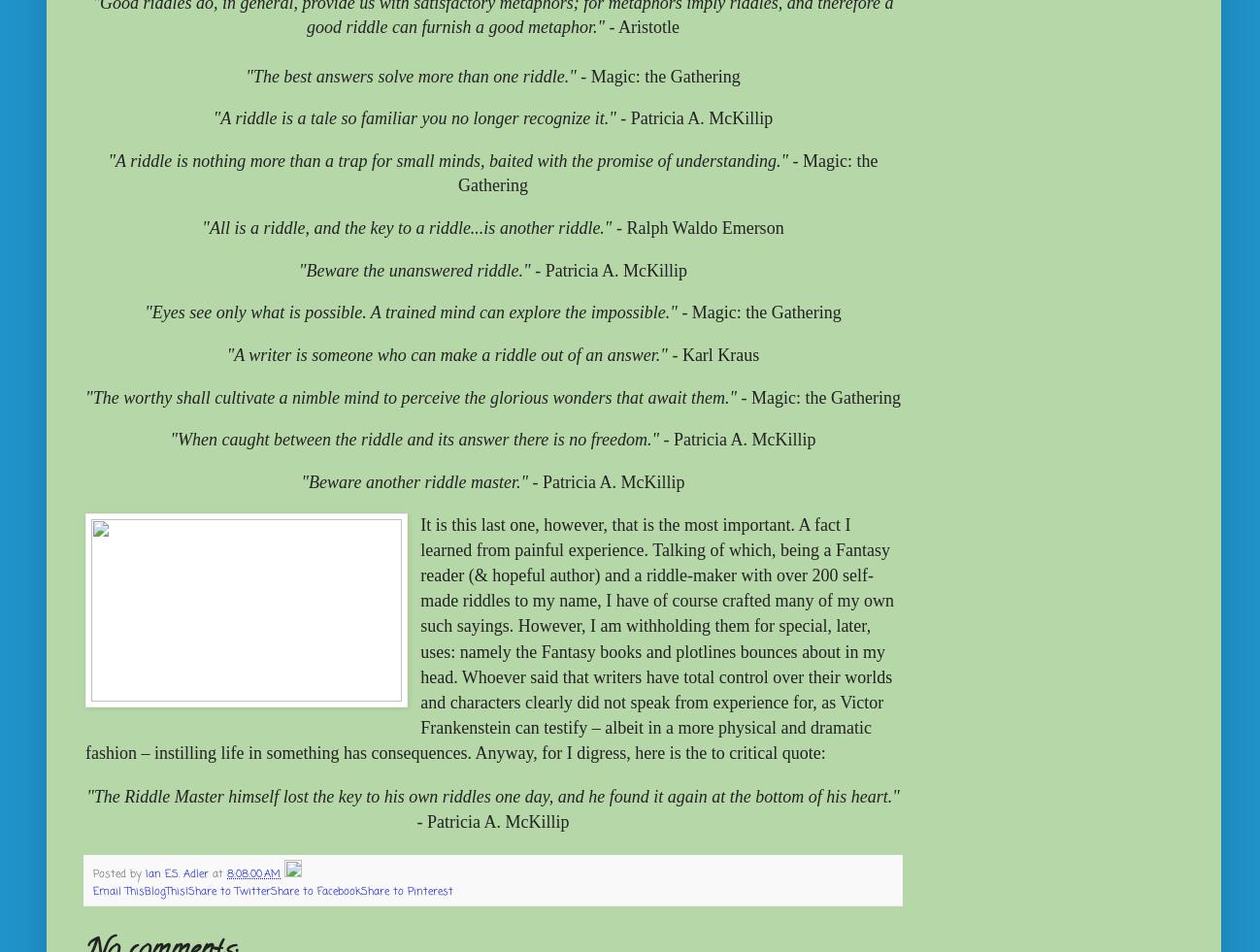  What do you see at coordinates (107, 159) in the screenshot?
I see `'"A riddle is nothing more than a trap for small minds, baited with the promise of understanding."'` at bounding box center [107, 159].